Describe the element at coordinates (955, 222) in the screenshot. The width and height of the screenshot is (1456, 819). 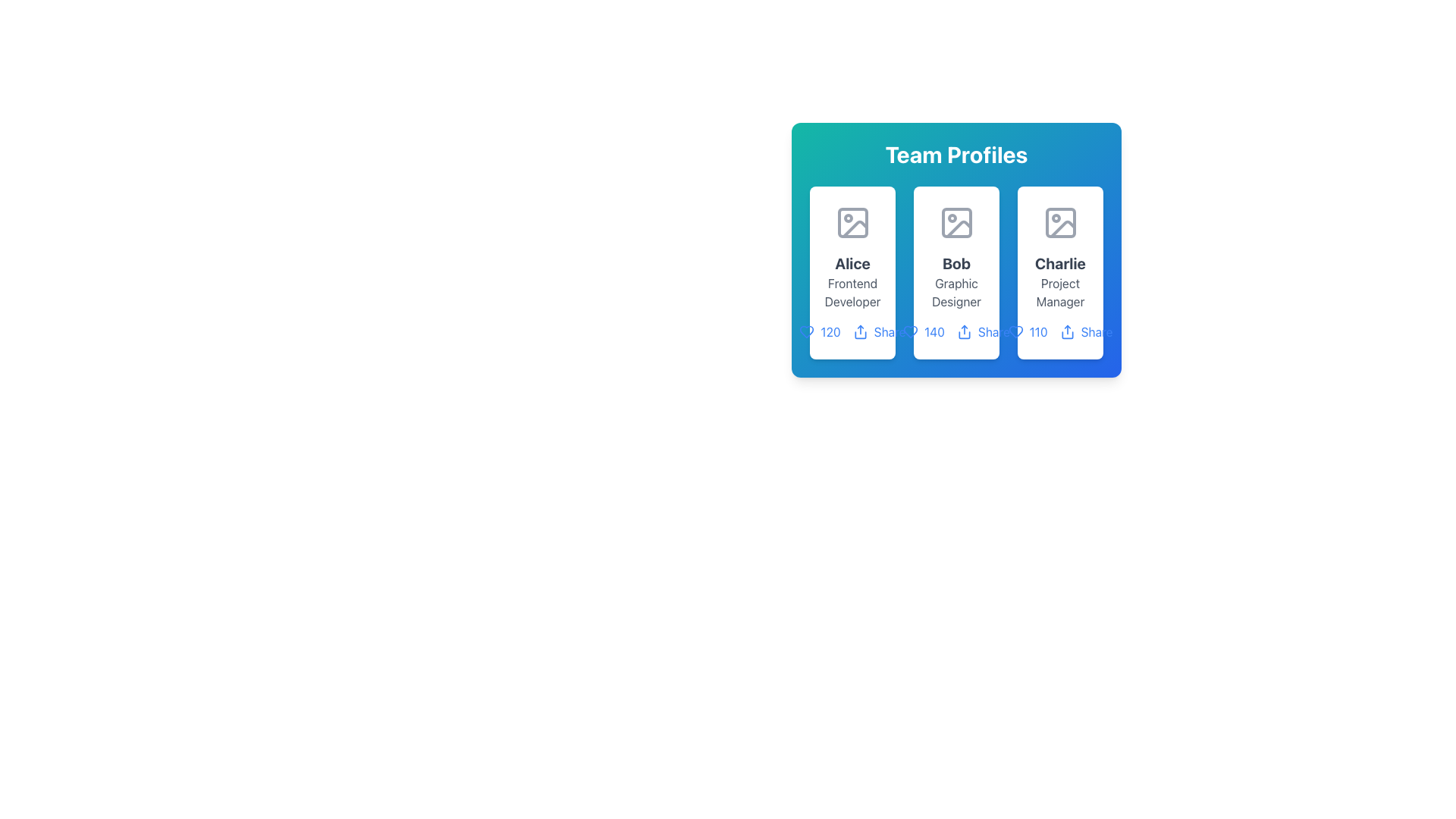
I see `the image placeholder icon located in the second card titled 'Bob', which represents a graphic designer, positioned at the top of the card` at that location.